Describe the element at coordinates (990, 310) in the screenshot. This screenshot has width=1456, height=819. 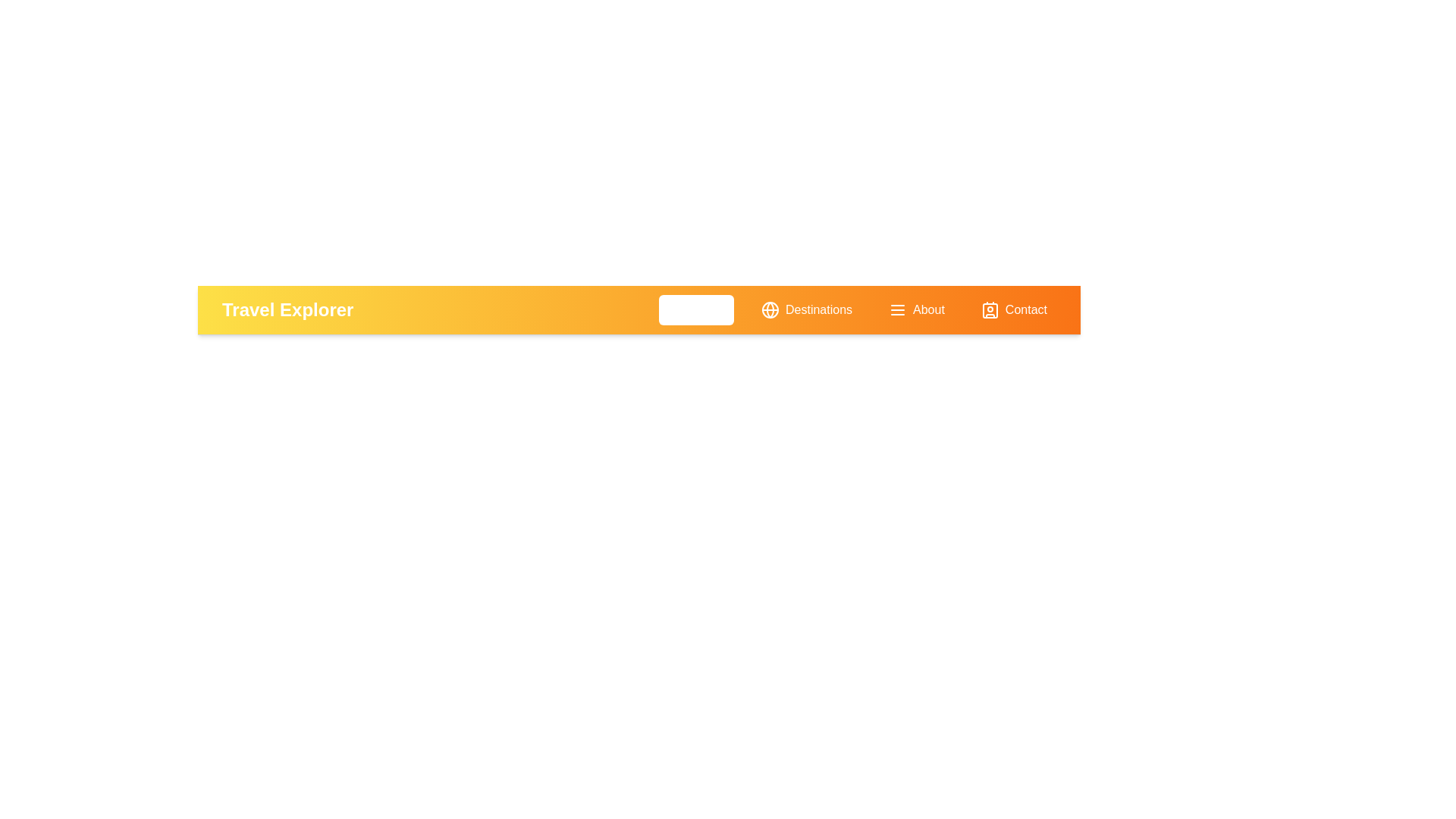
I see `the rectangular shape with rounded corners that is part of the 'Contact' icon located at the far right of the navigation bar` at that location.